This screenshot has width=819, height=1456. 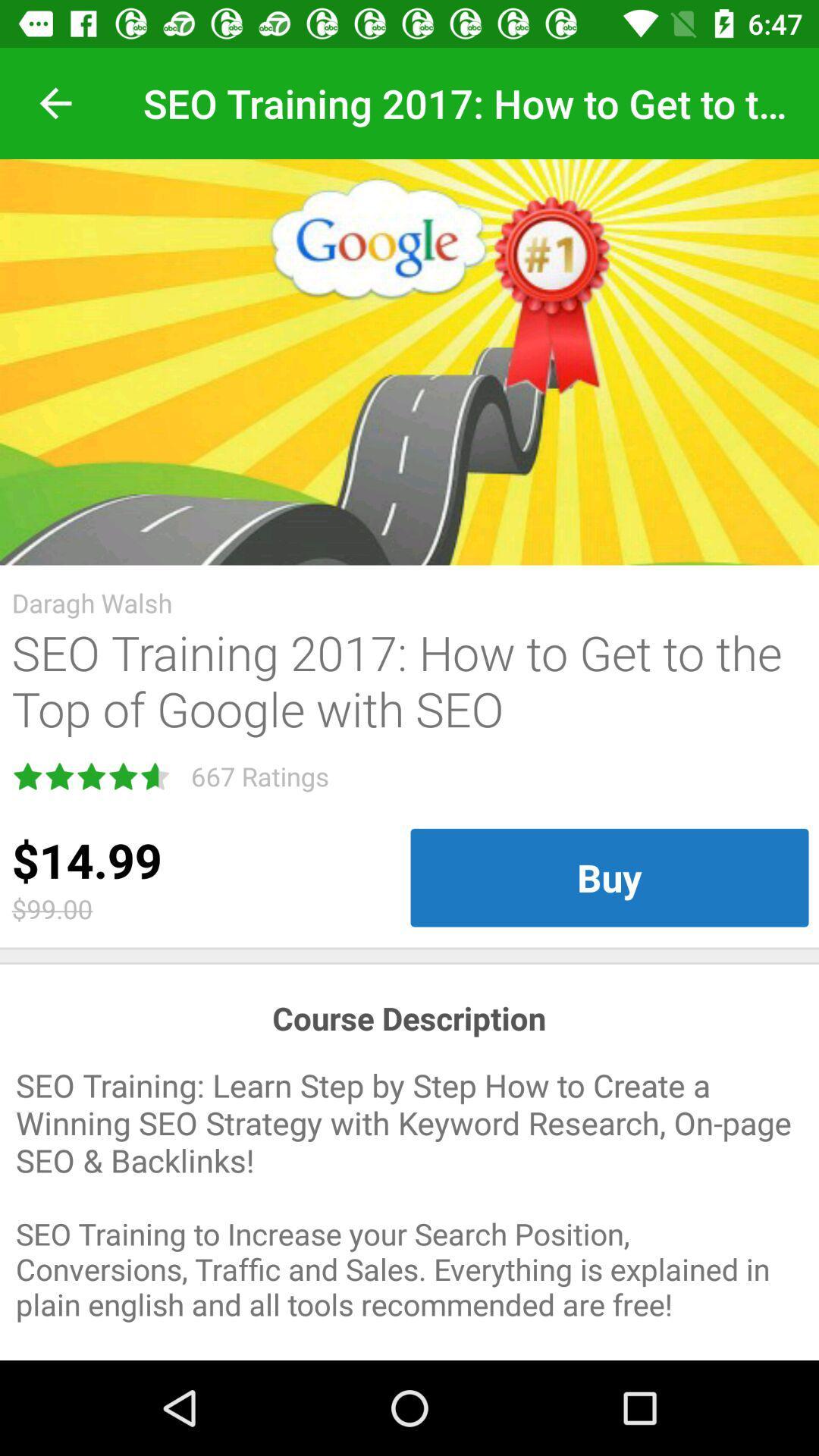 What do you see at coordinates (608, 877) in the screenshot?
I see `the item to the right of $14.99` at bounding box center [608, 877].